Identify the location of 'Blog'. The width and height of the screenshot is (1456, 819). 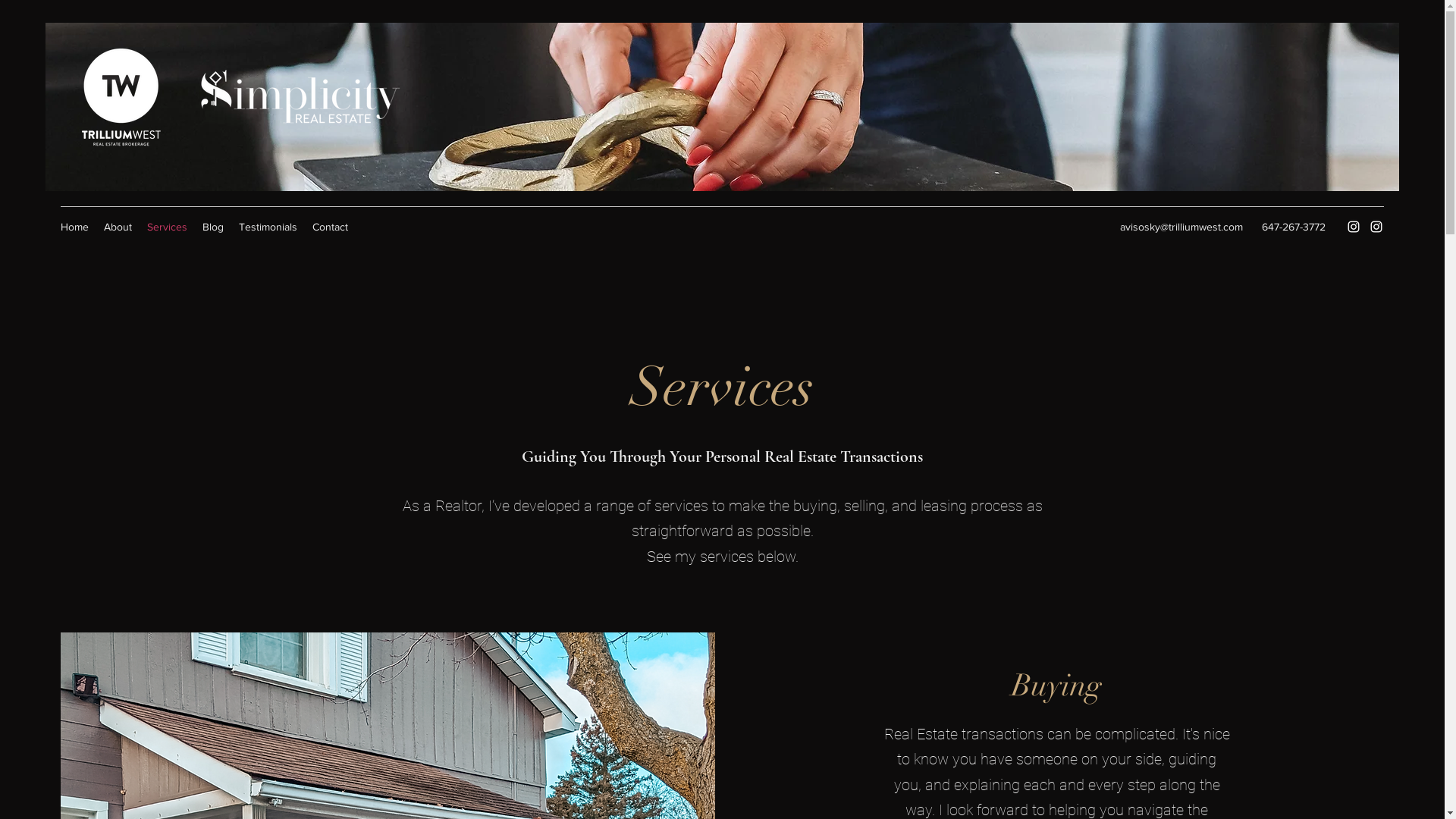
(212, 227).